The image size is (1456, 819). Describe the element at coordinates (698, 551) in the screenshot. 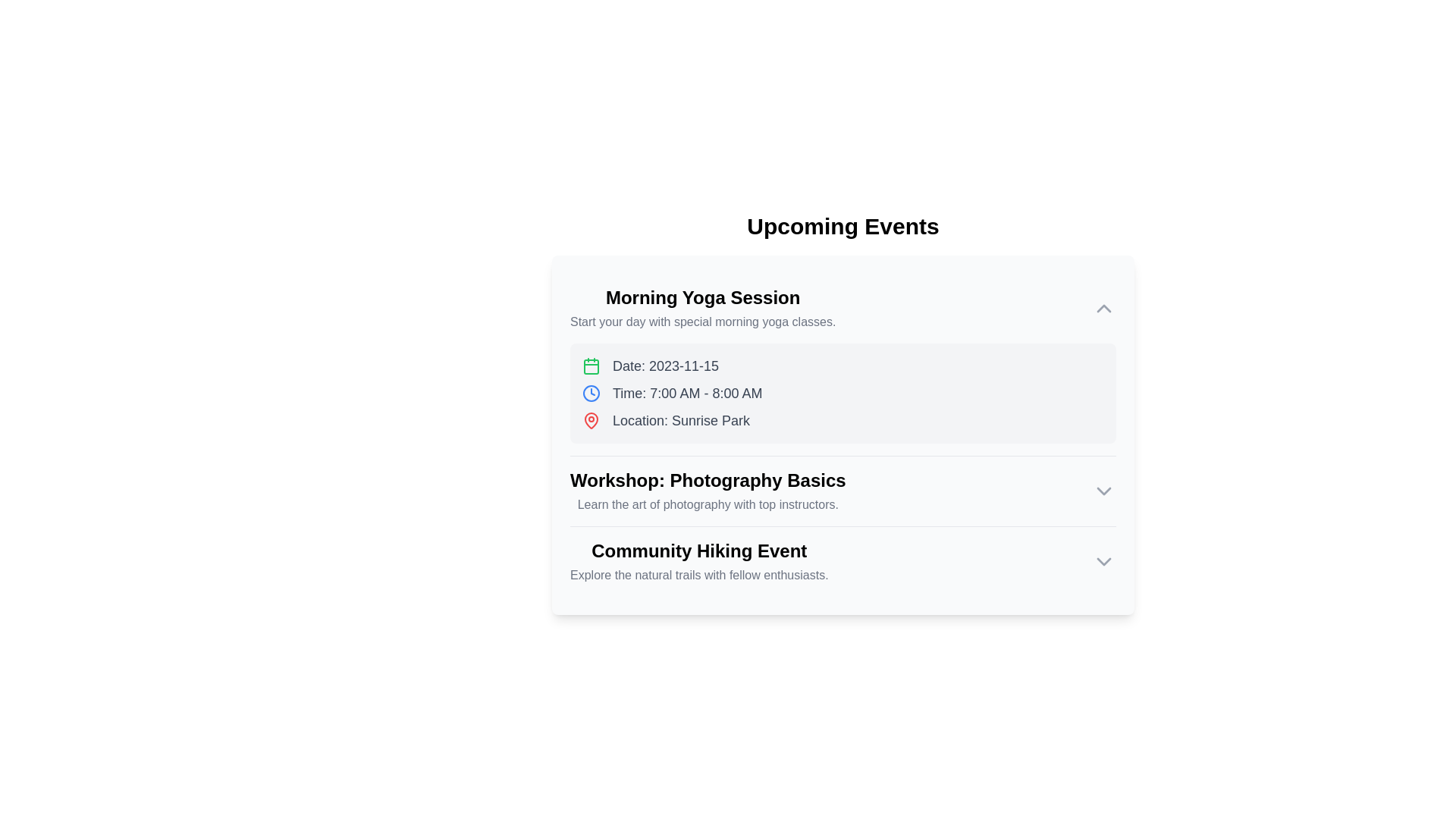

I see `the heading text that summarizes the 'Community Hiking Event', which is positioned above the descriptive text about the event` at that location.